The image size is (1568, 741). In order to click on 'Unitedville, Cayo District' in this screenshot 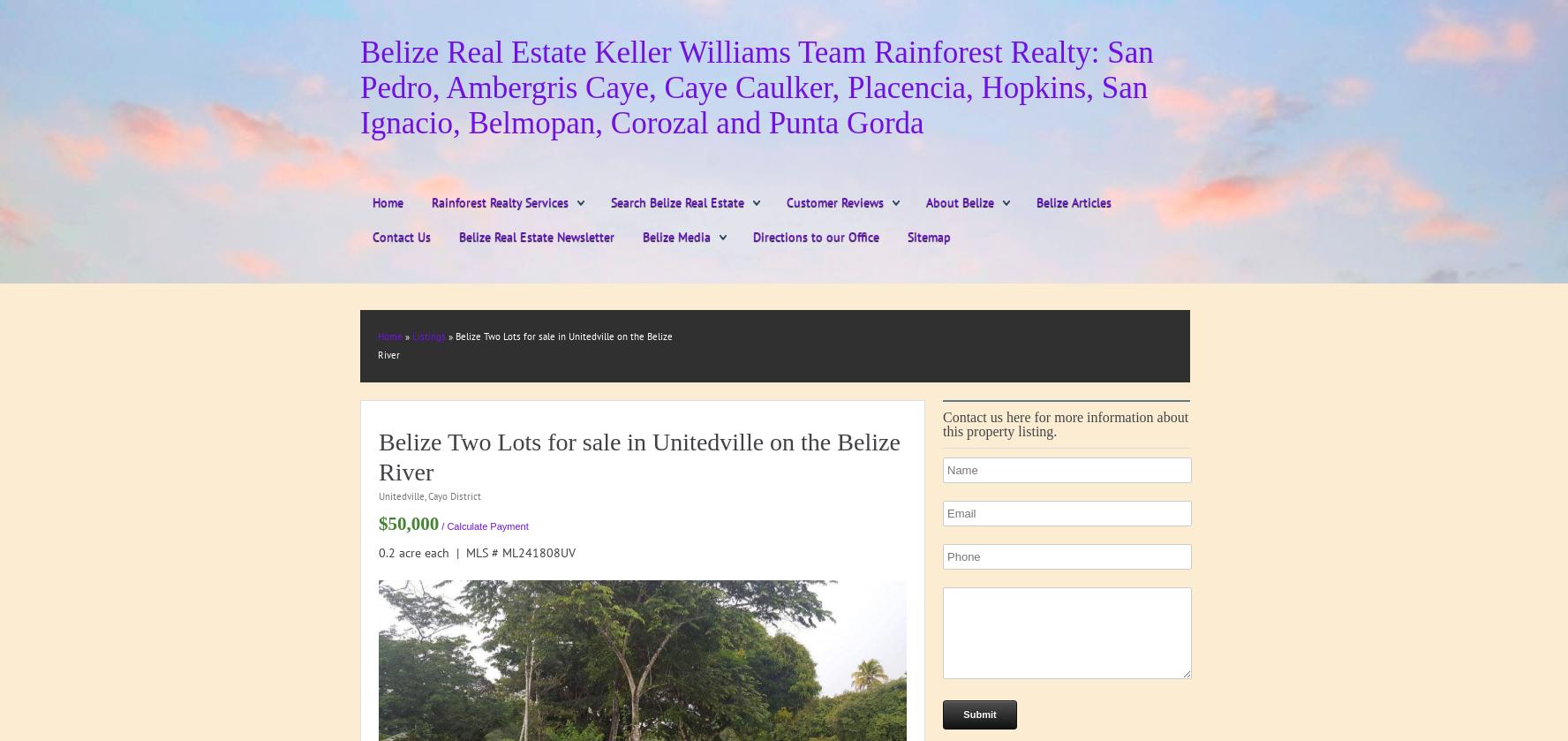, I will do `click(379, 495)`.